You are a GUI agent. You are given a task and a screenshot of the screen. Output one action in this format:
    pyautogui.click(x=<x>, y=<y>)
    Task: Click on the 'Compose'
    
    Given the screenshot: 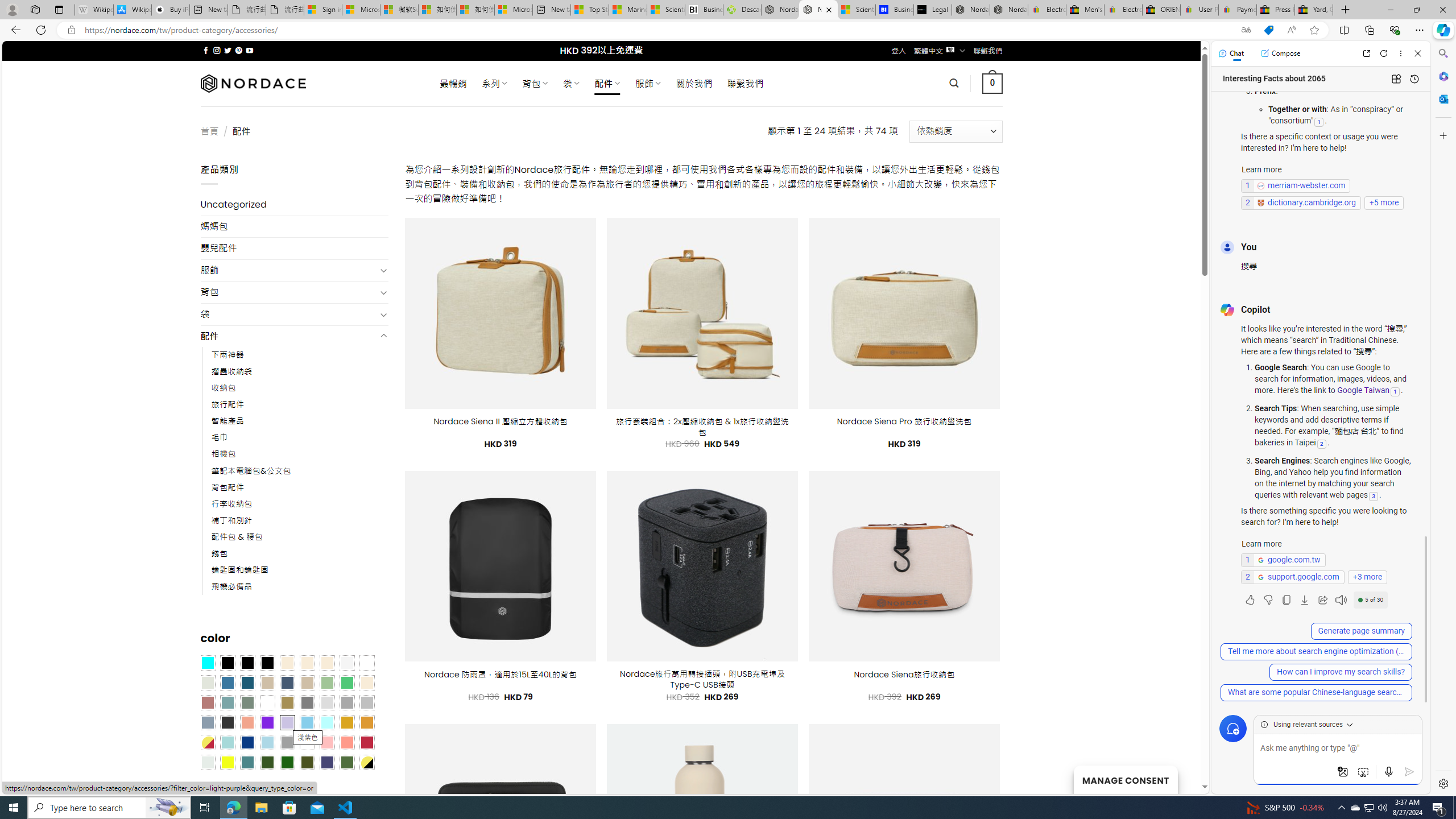 What is the action you would take?
    pyautogui.click(x=1280, y=52)
    